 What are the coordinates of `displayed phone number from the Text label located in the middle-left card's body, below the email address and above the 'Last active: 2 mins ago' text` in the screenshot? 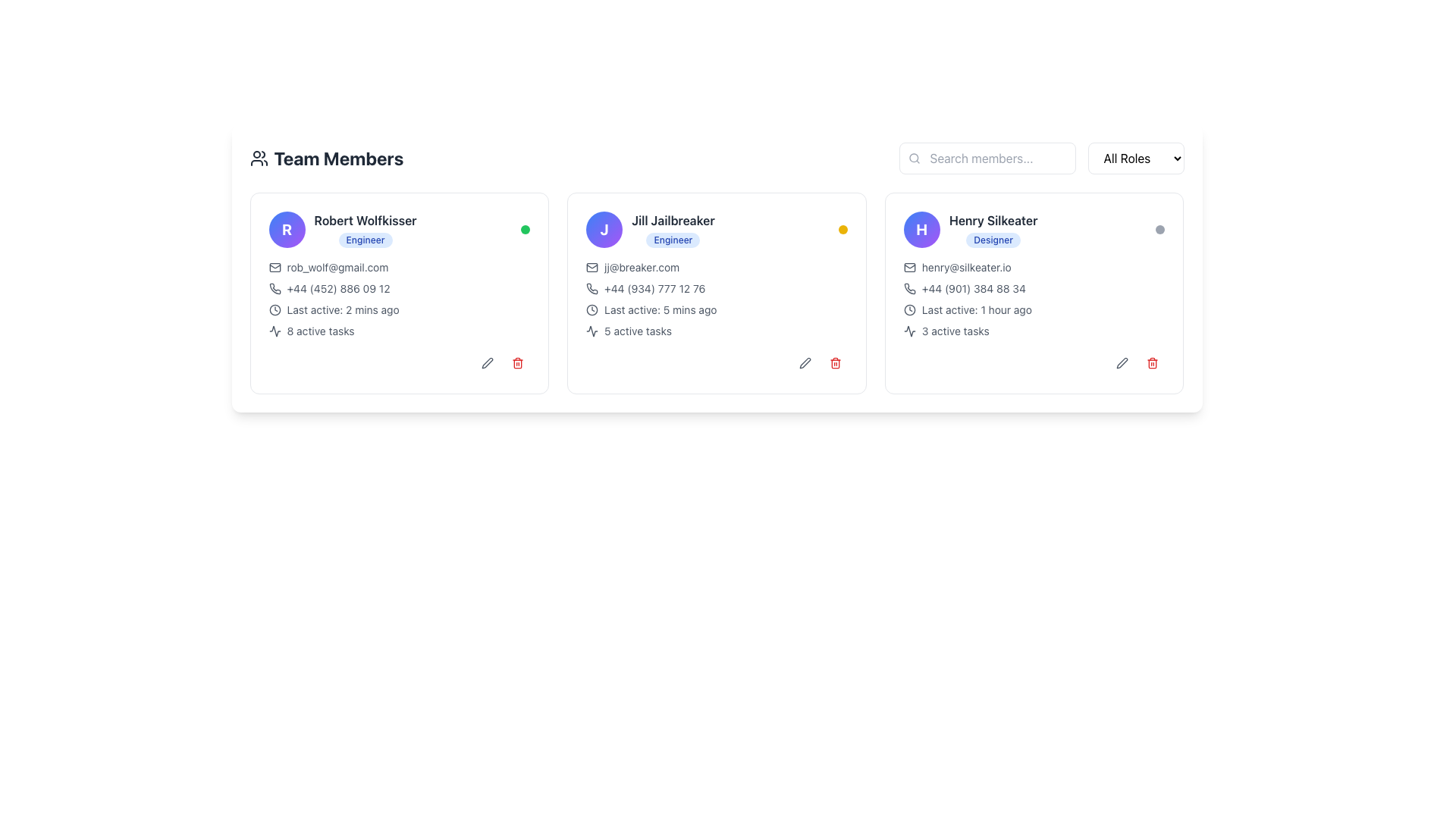 It's located at (337, 289).